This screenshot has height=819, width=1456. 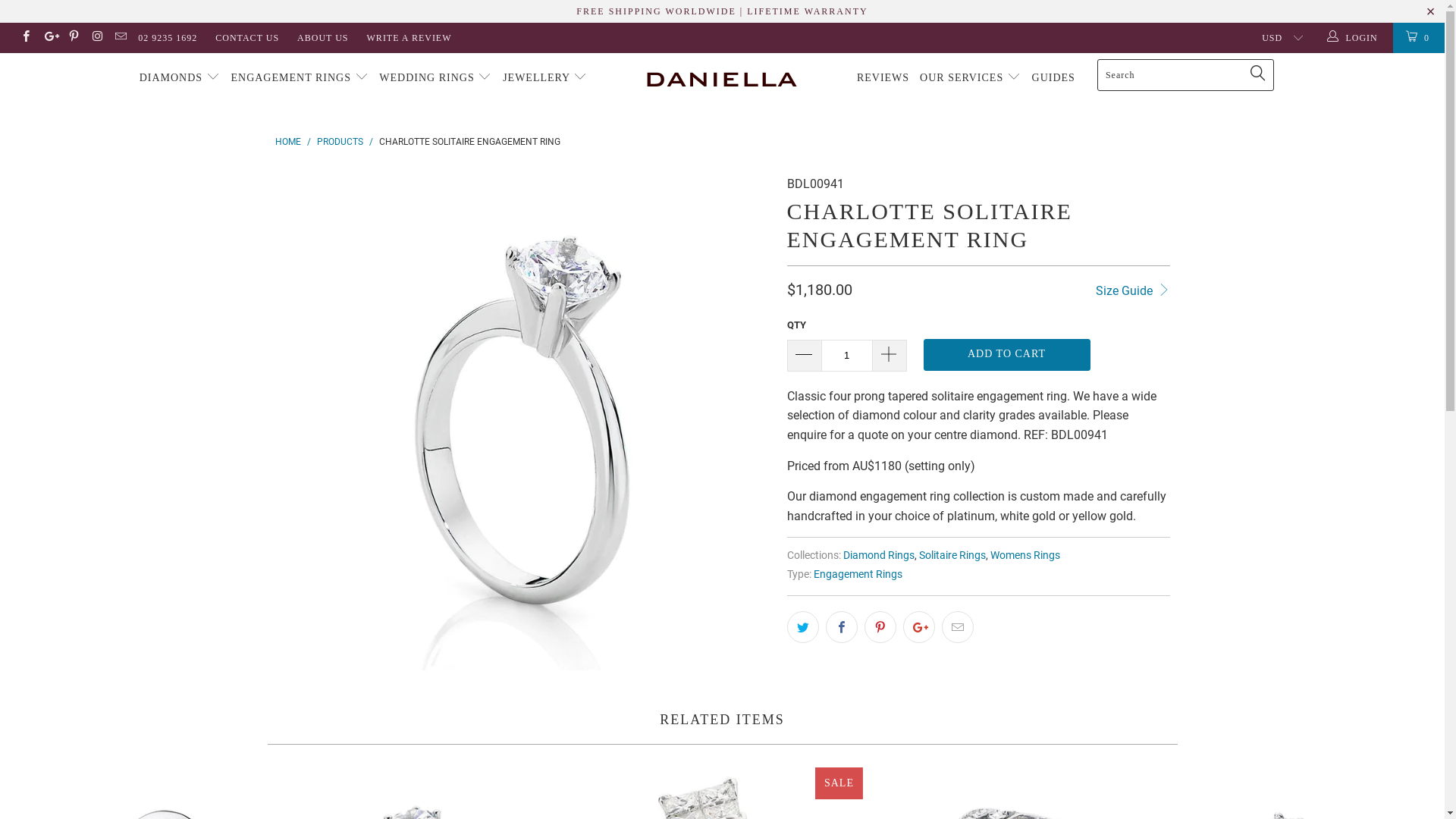 What do you see at coordinates (952, 555) in the screenshot?
I see `'Solitaire Rings'` at bounding box center [952, 555].